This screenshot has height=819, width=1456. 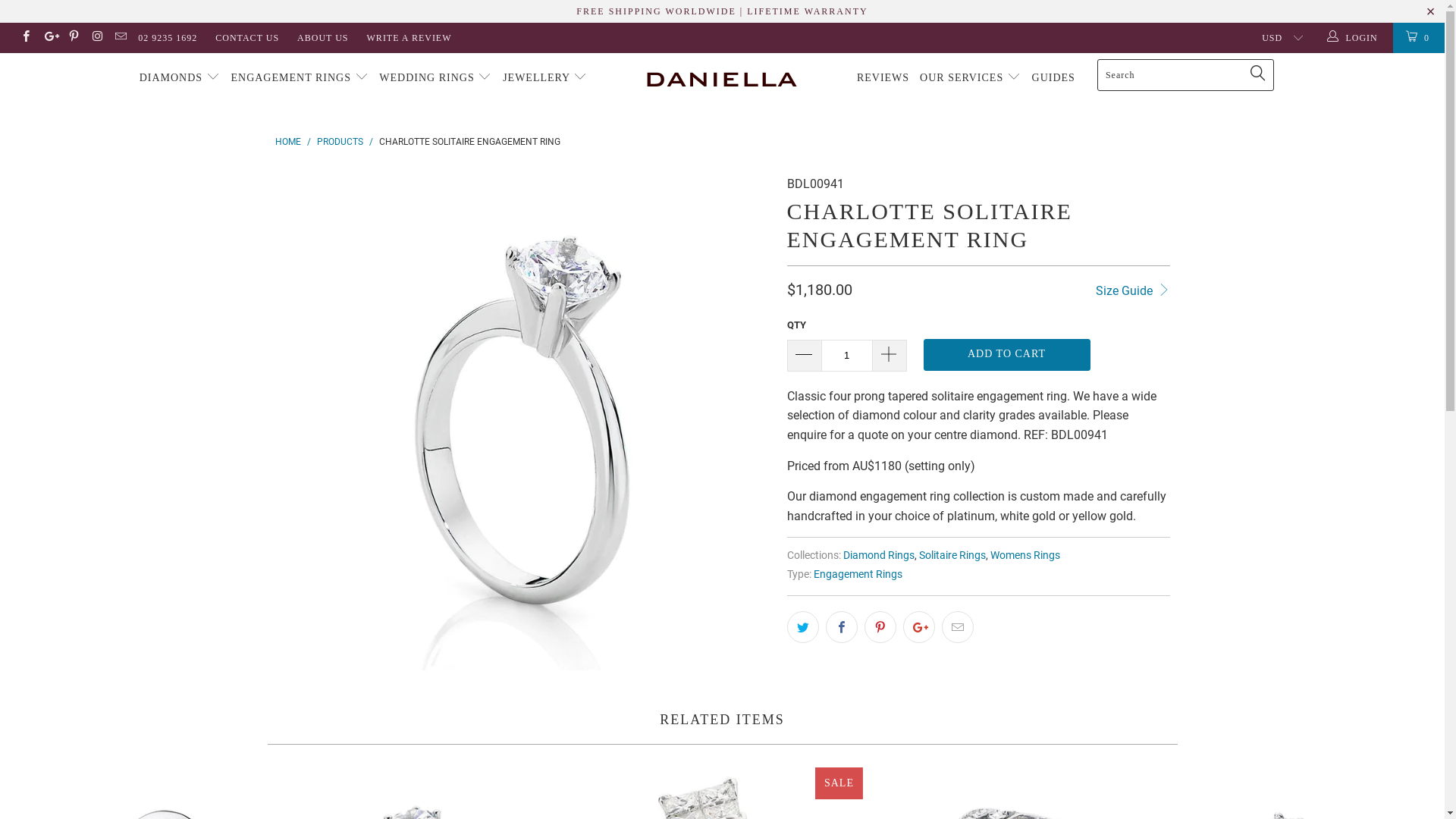 What do you see at coordinates (952, 555) in the screenshot?
I see `'Solitaire Rings'` at bounding box center [952, 555].